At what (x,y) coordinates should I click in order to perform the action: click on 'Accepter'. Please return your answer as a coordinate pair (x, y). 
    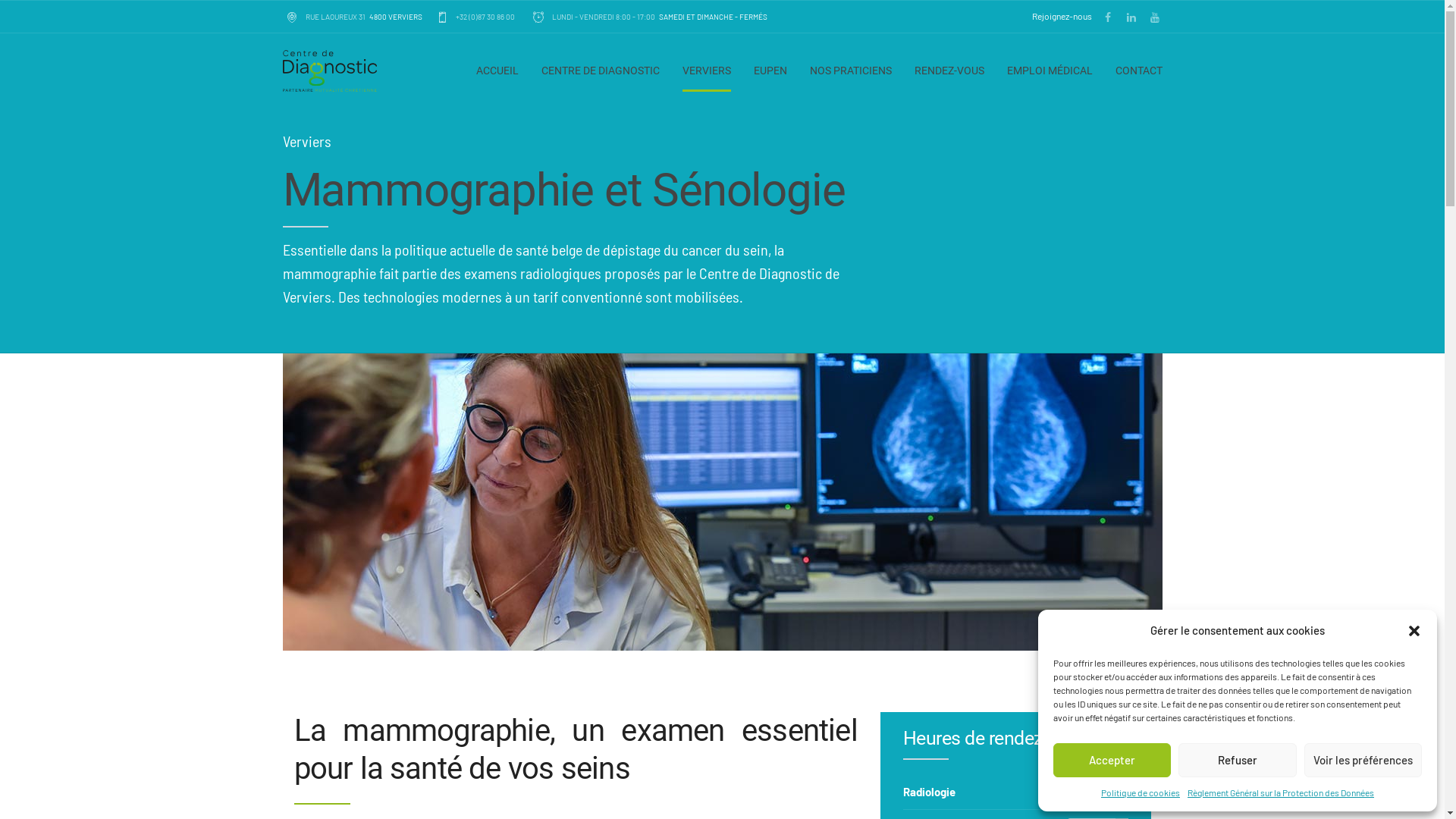
    Looking at the image, I should click on (1052, 760).